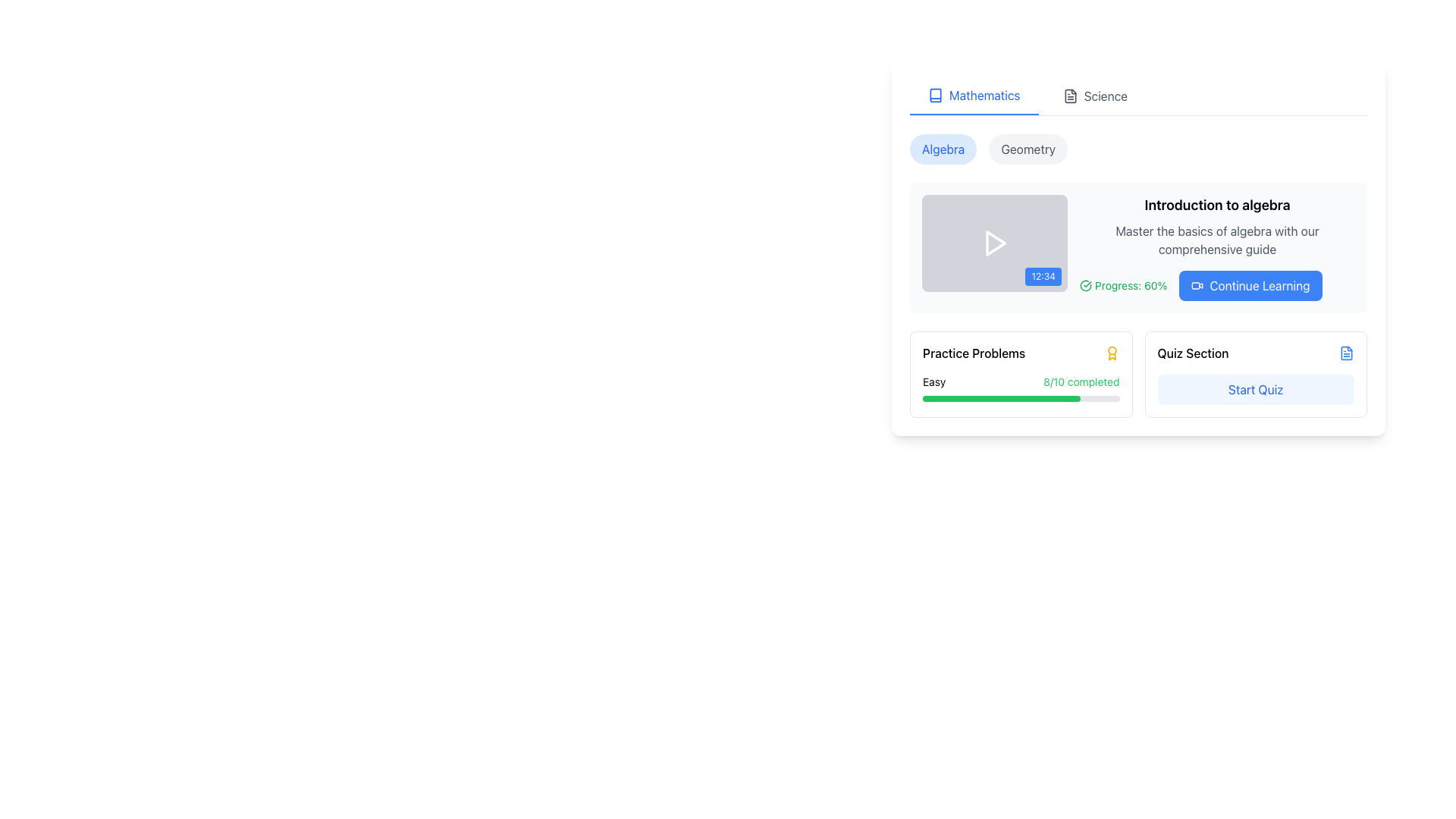 The height and width of the screenshot is (819, 1456). I want to click on the visual representation of the first circular progress indicator icon, which is styled with a stroke and located to the left of the textual progress indicator showing 'Progress: 60%', so click(1084, 286).